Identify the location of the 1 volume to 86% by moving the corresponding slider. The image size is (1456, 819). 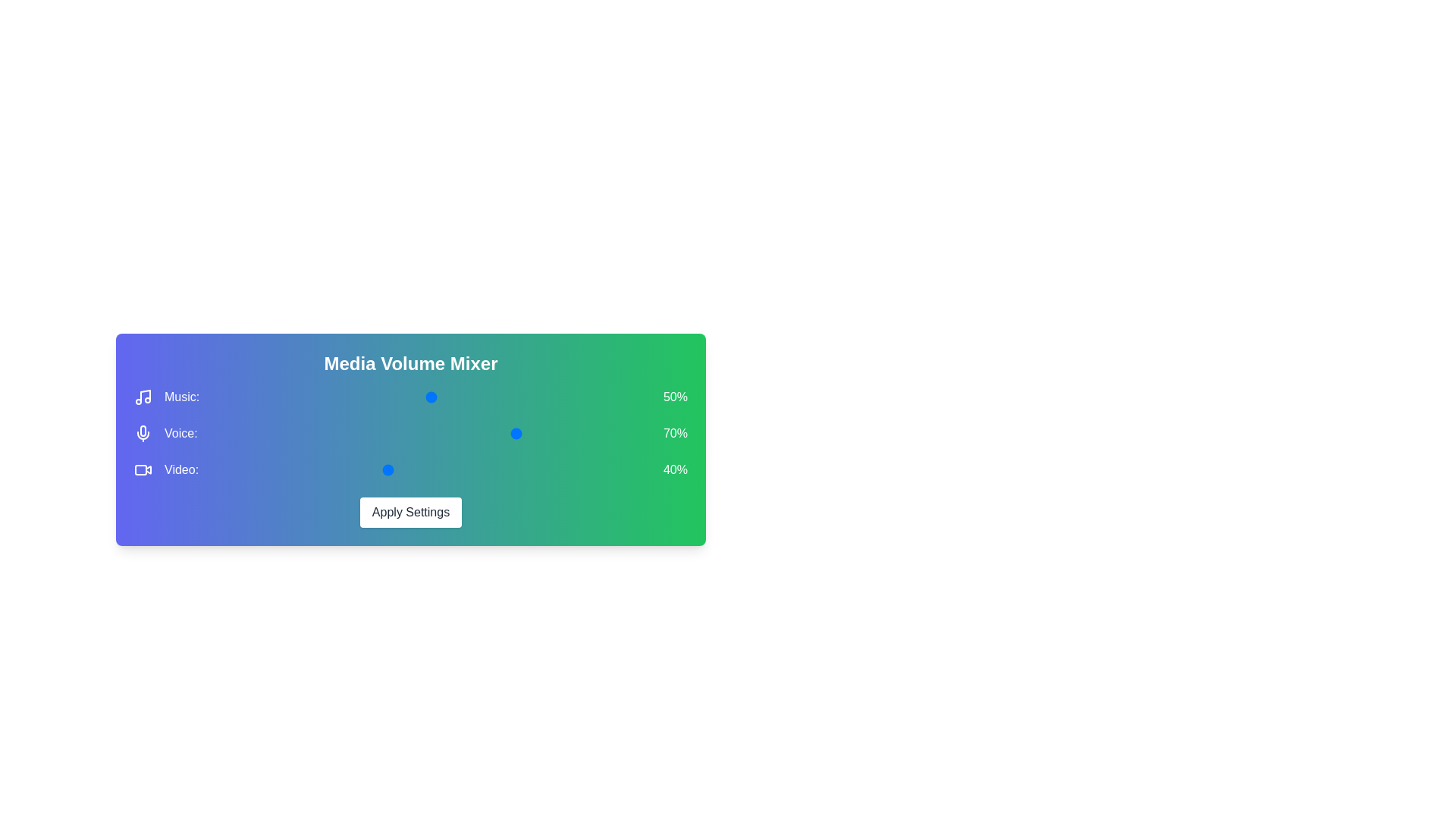
(620, 433).